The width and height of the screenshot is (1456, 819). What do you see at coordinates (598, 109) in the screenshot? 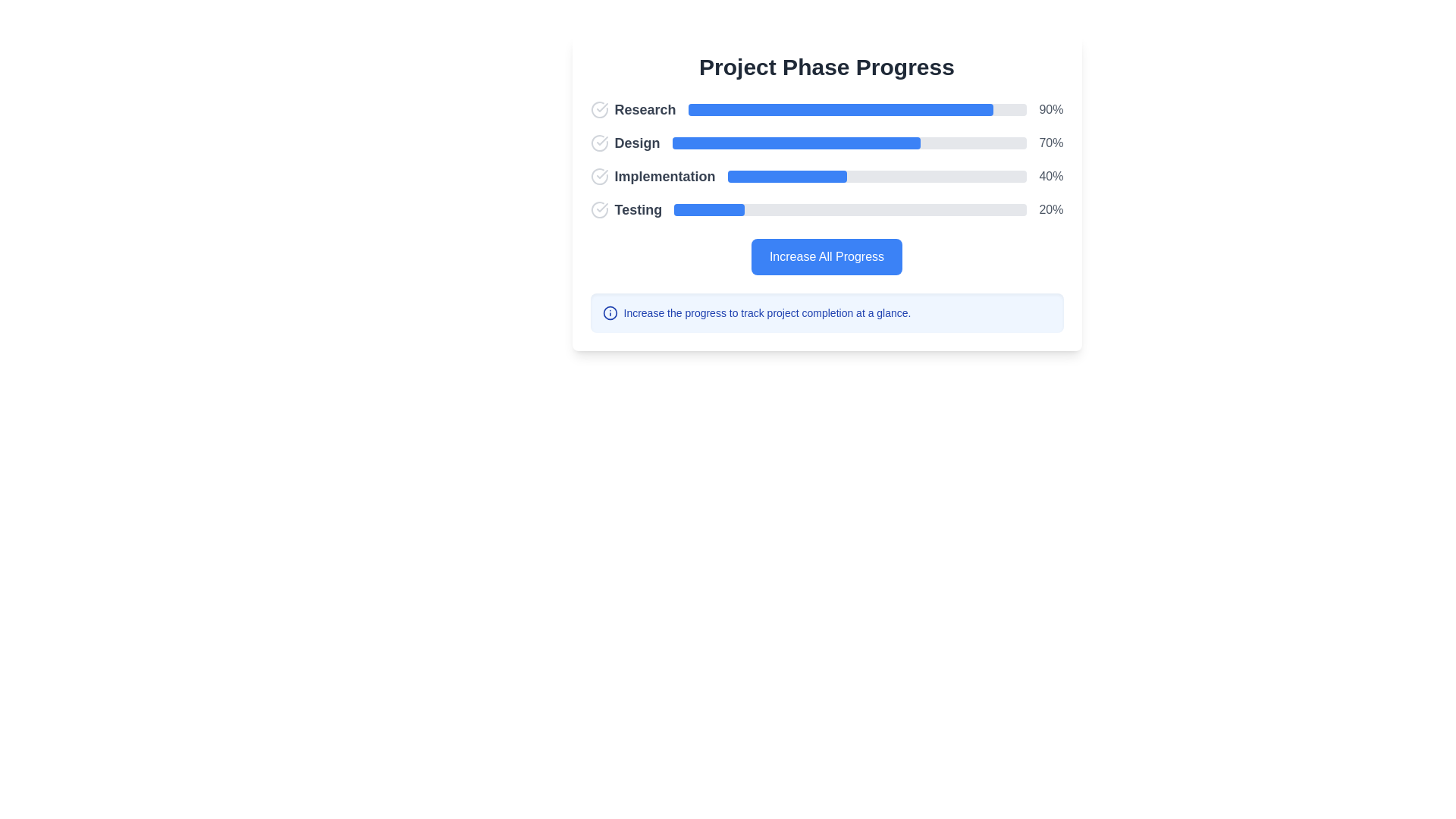
I see `the status of the Checkmark Icon indicating the completion of the 'Research' phase, positioned at the far-left side of the corresponding row` at bounding box center [598, 109].